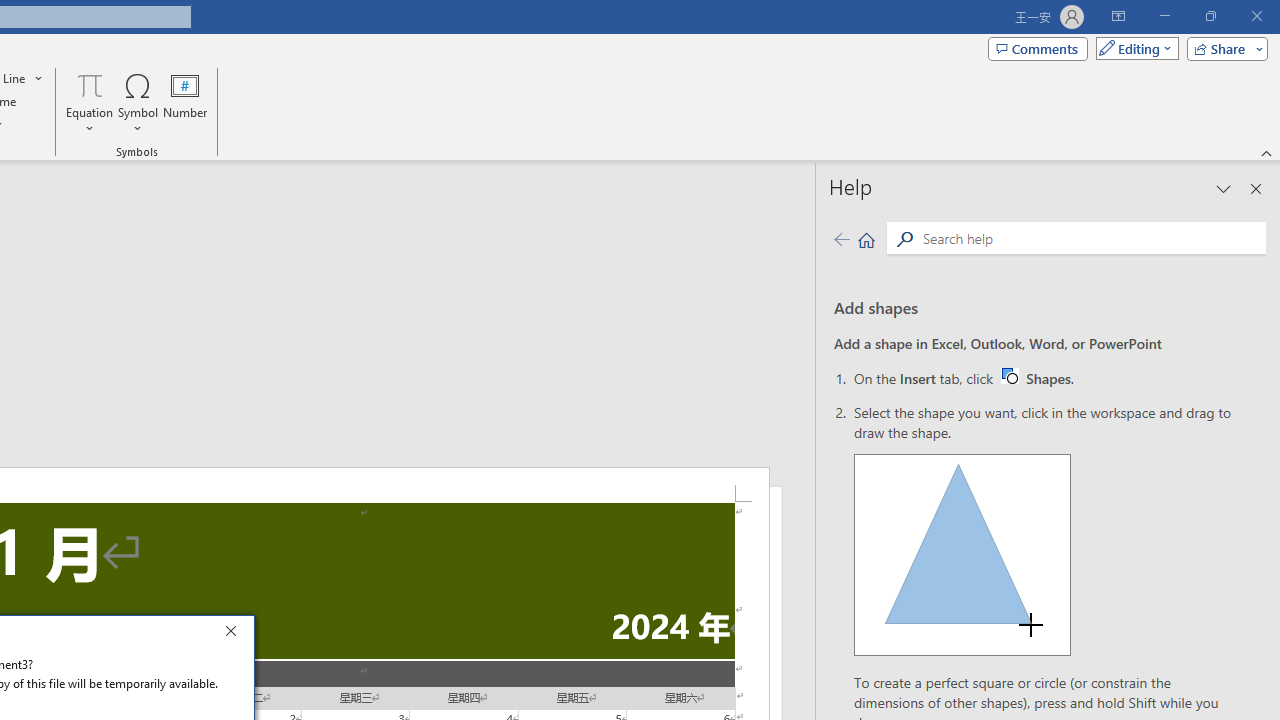 This screenshot has width=1280, height=720. What do you see at coordinates (962, 555) in the screenshot?
I see `'Drawing a shape'` at bounding box center [962, 555].